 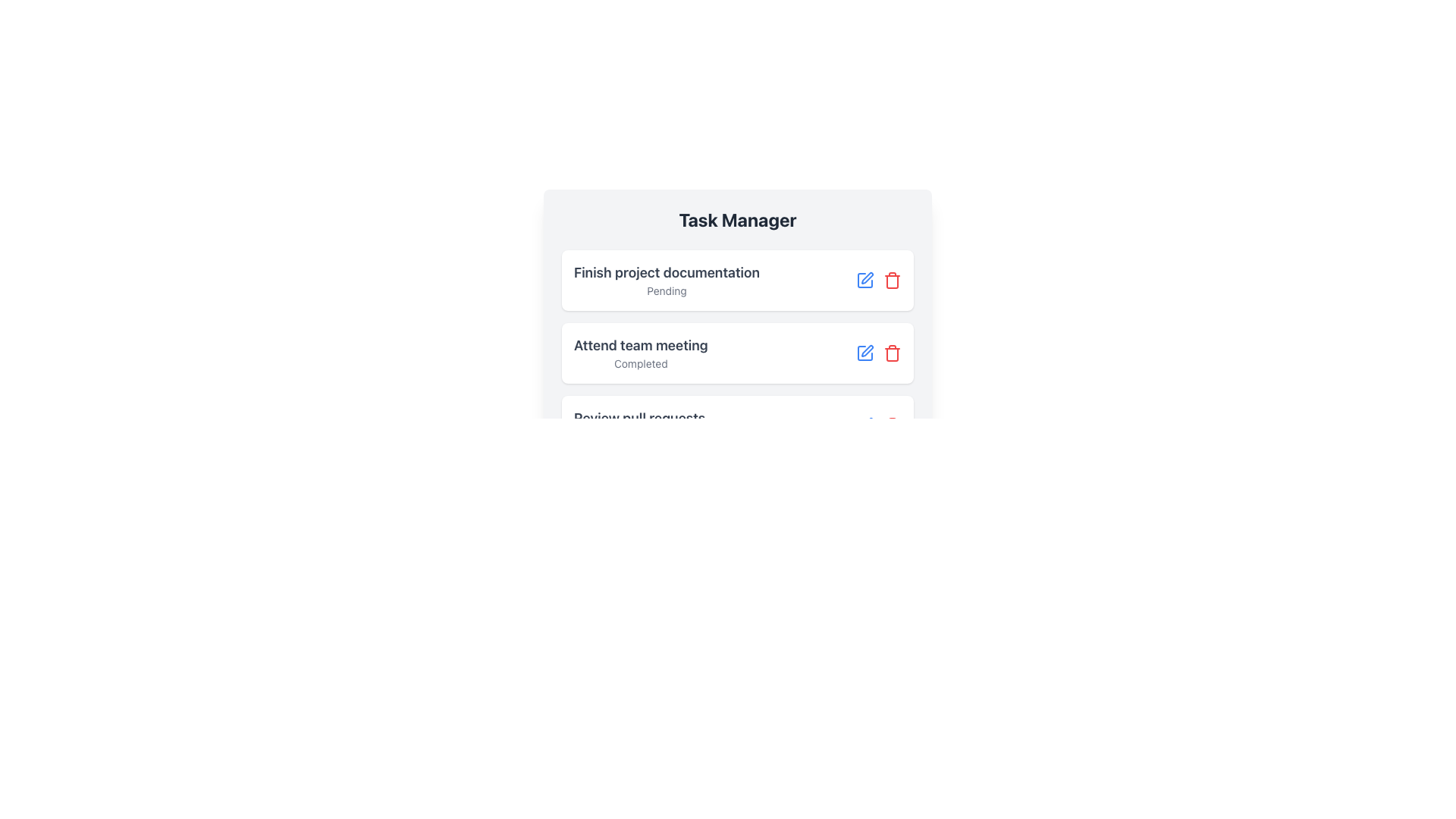 What do you see at coordinates (639, 418) in the screenshot?
I see `the Text label that serves as a heading or descriptor for the third task in the task manager interface, located in the lower-left region of the third task panel, just above the 'In Progress' label` at bounding box center [639, 418].